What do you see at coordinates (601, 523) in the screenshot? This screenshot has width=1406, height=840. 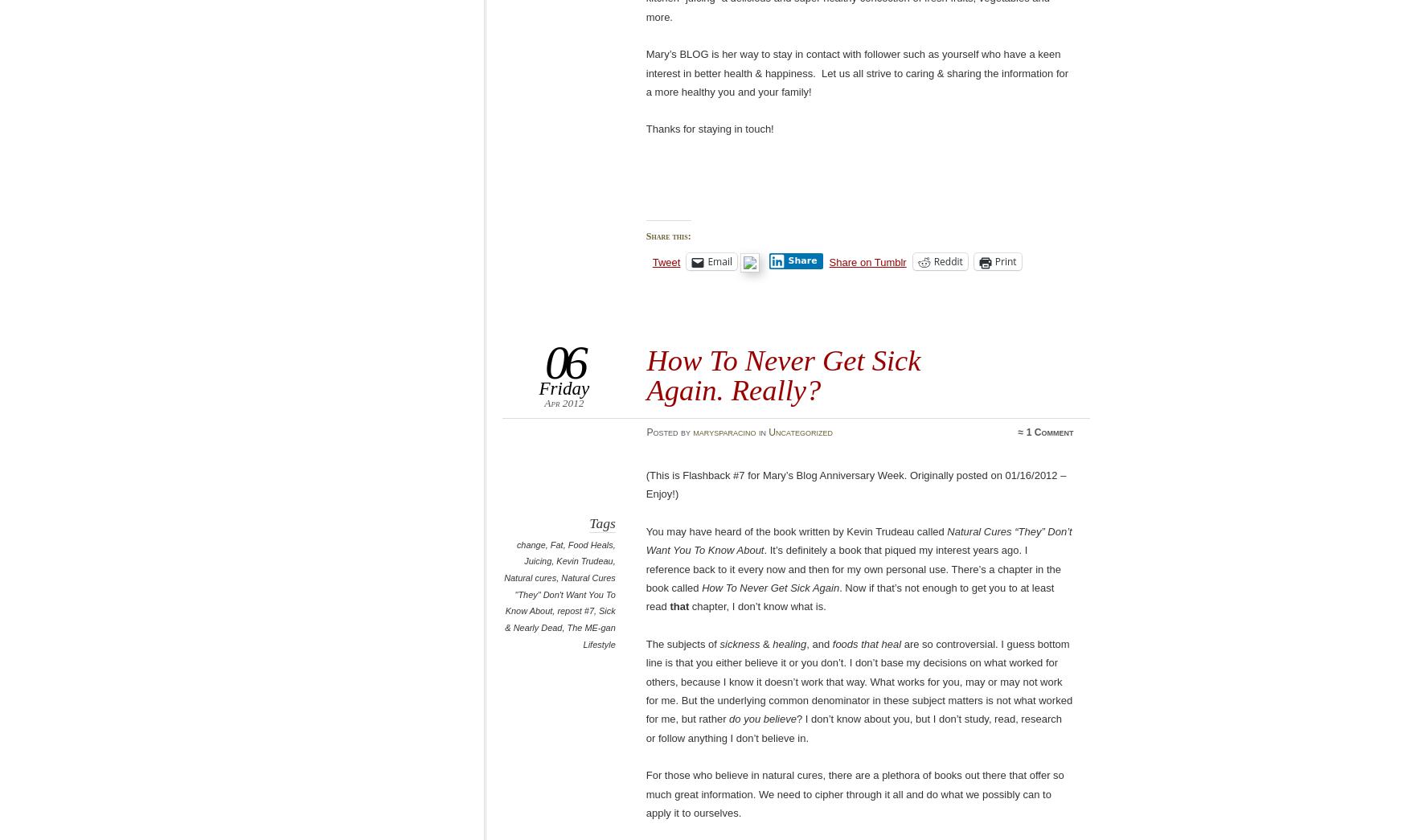 I see `'Tags'` at bounding box center [601, 523].